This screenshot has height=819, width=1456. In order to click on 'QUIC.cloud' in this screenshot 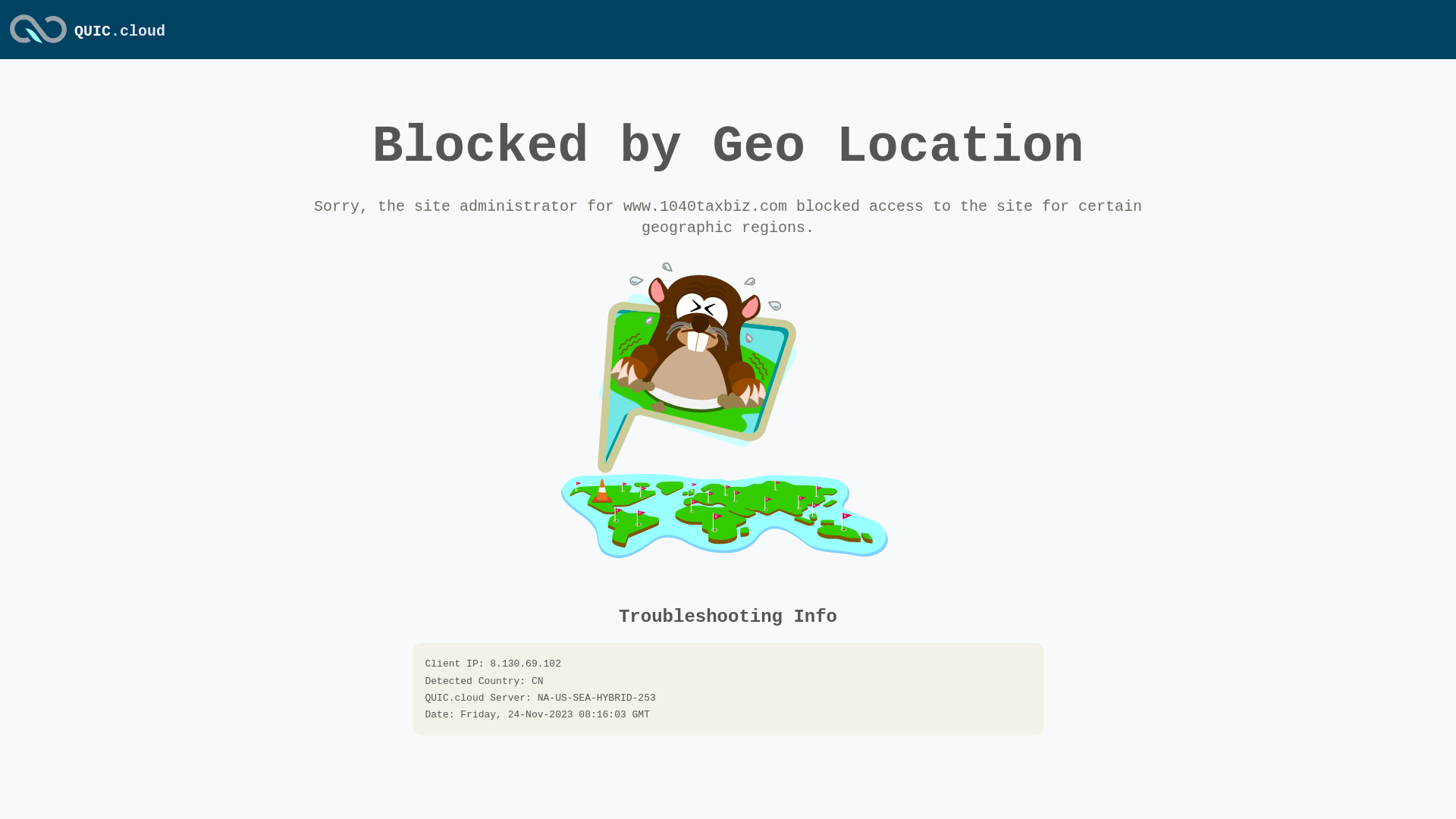, I will do `click(38, 43)`.